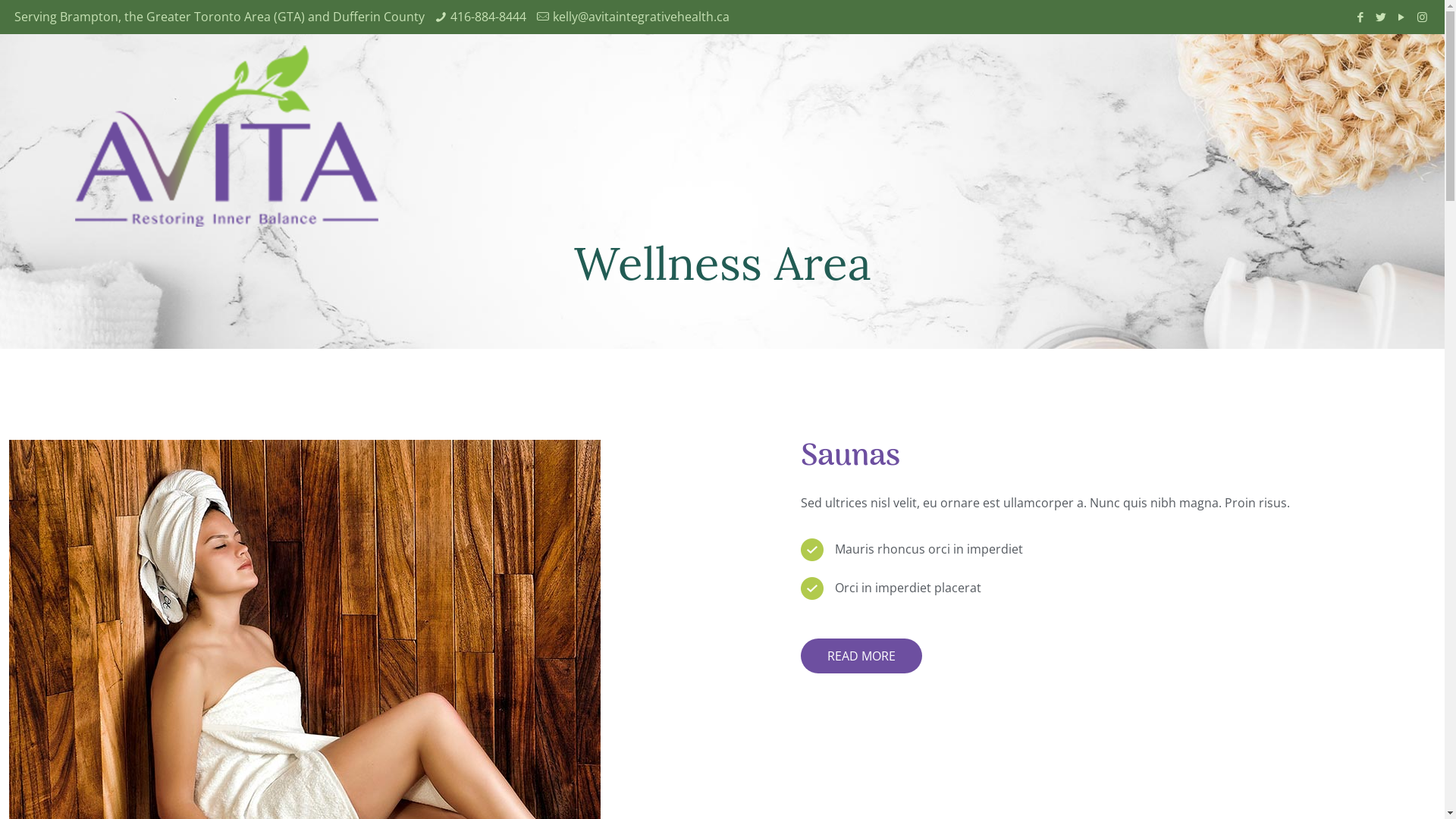 The width and height of the screenshot is (1456, 819). I want to click on 'Avita Weightloss', so click(225, 138).